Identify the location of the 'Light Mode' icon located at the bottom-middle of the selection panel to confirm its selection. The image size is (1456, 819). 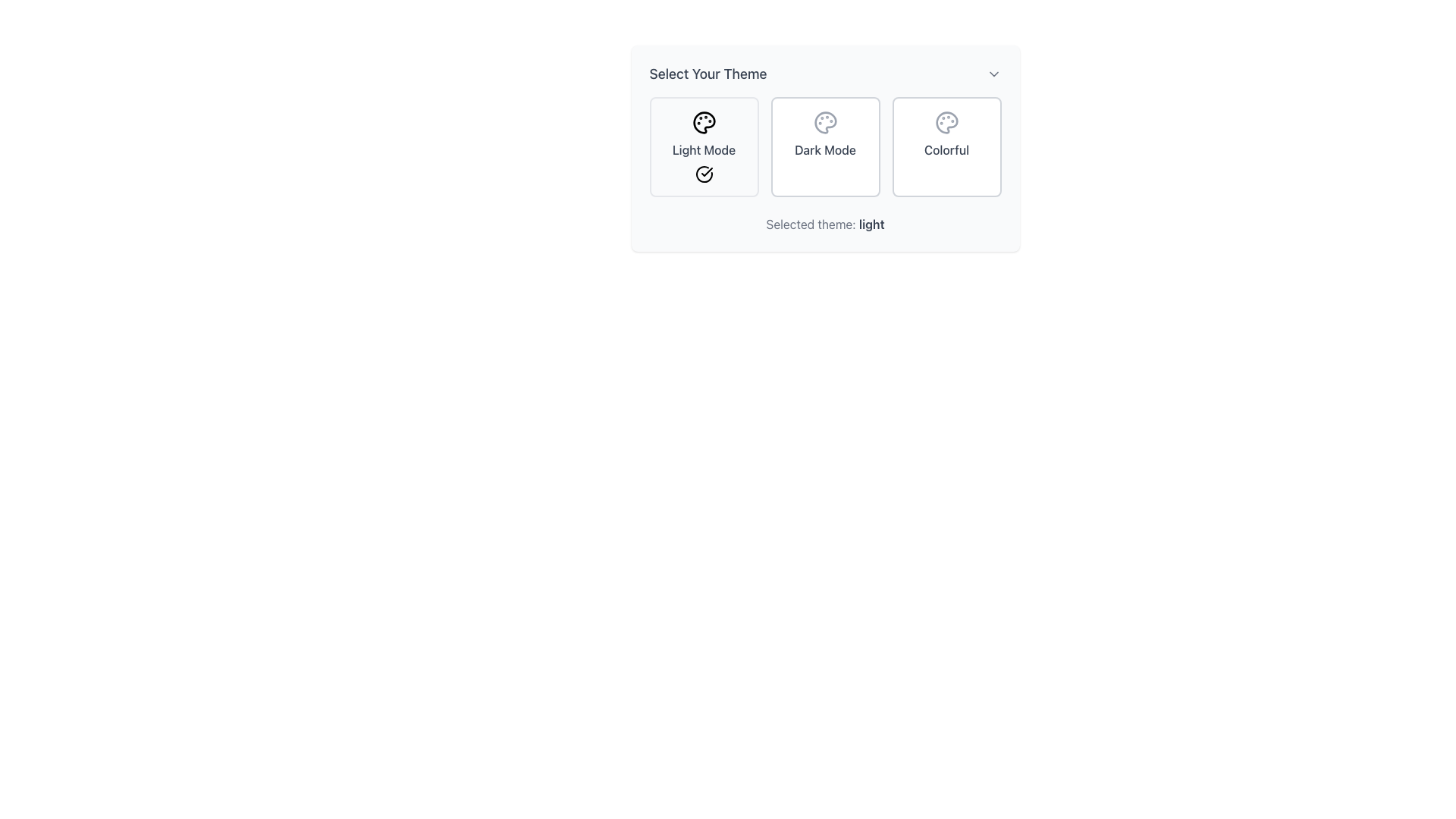
(703, 174).